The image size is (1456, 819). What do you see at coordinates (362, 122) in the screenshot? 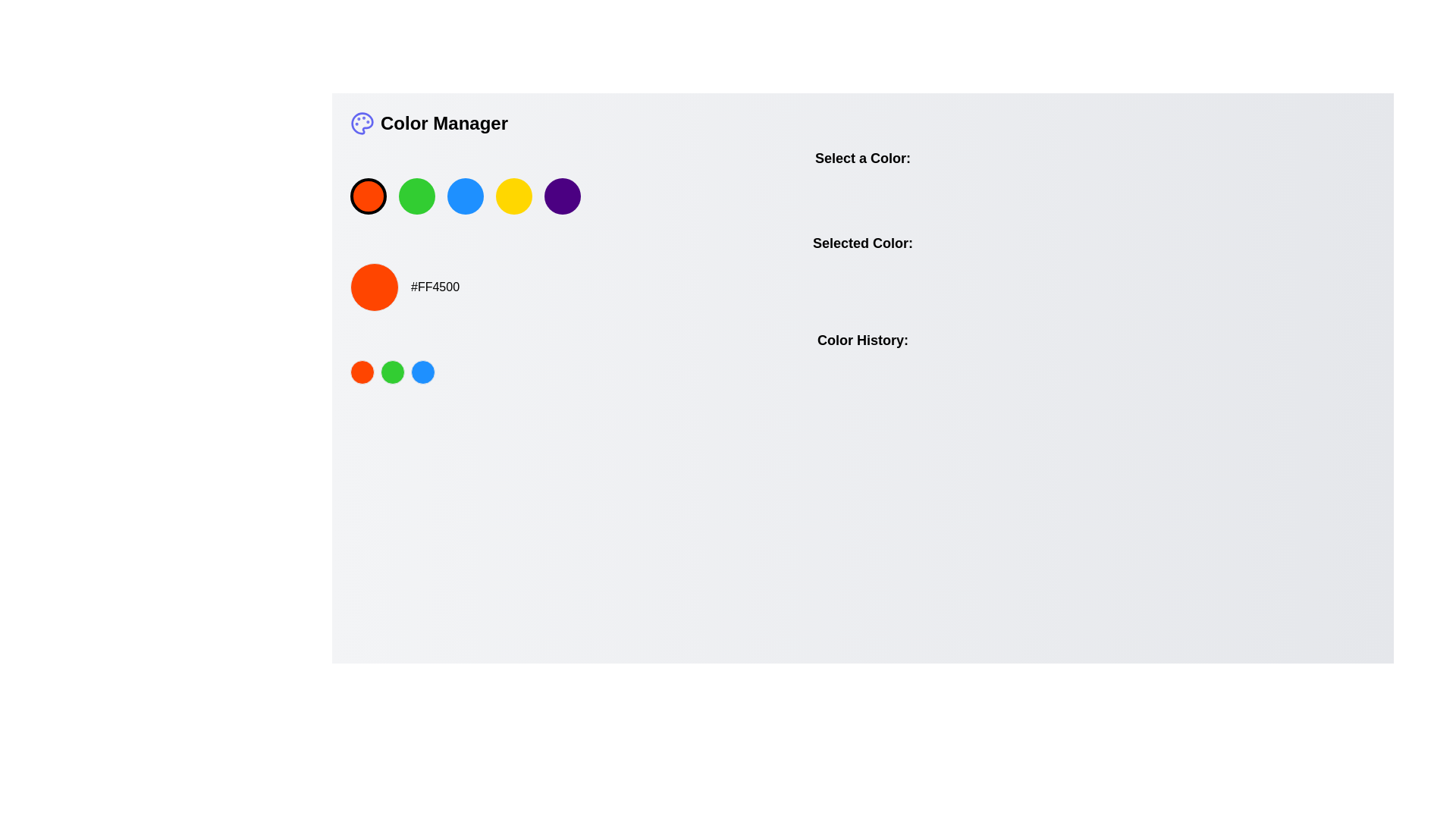
I see `the artist's palette icon, which is styled in text-indigo-500 color and located to the left of the 'Color Manager' text` at bounding box center [362, 122].